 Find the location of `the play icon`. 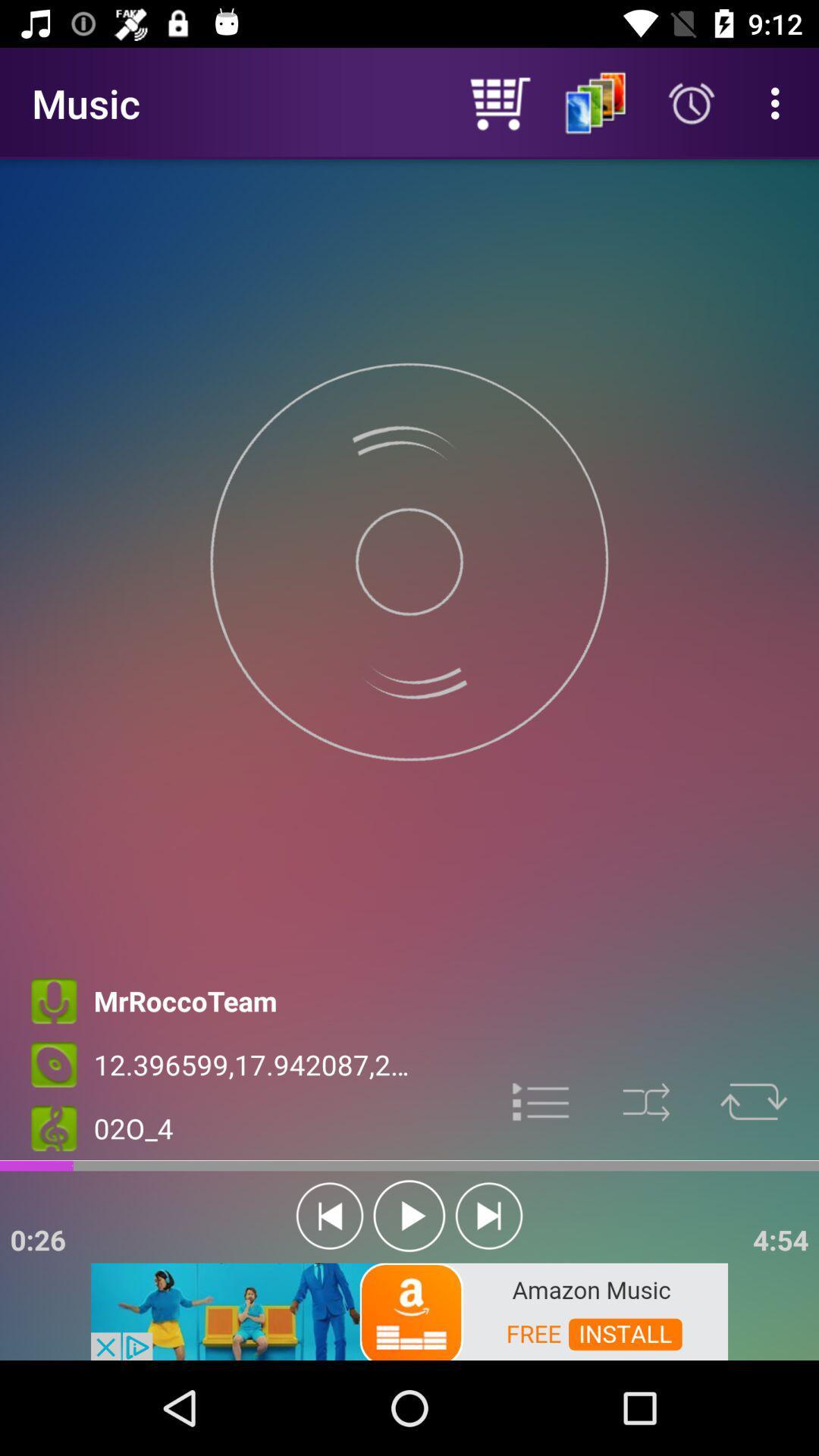

the play icon is located at coordinates (409, 1216).